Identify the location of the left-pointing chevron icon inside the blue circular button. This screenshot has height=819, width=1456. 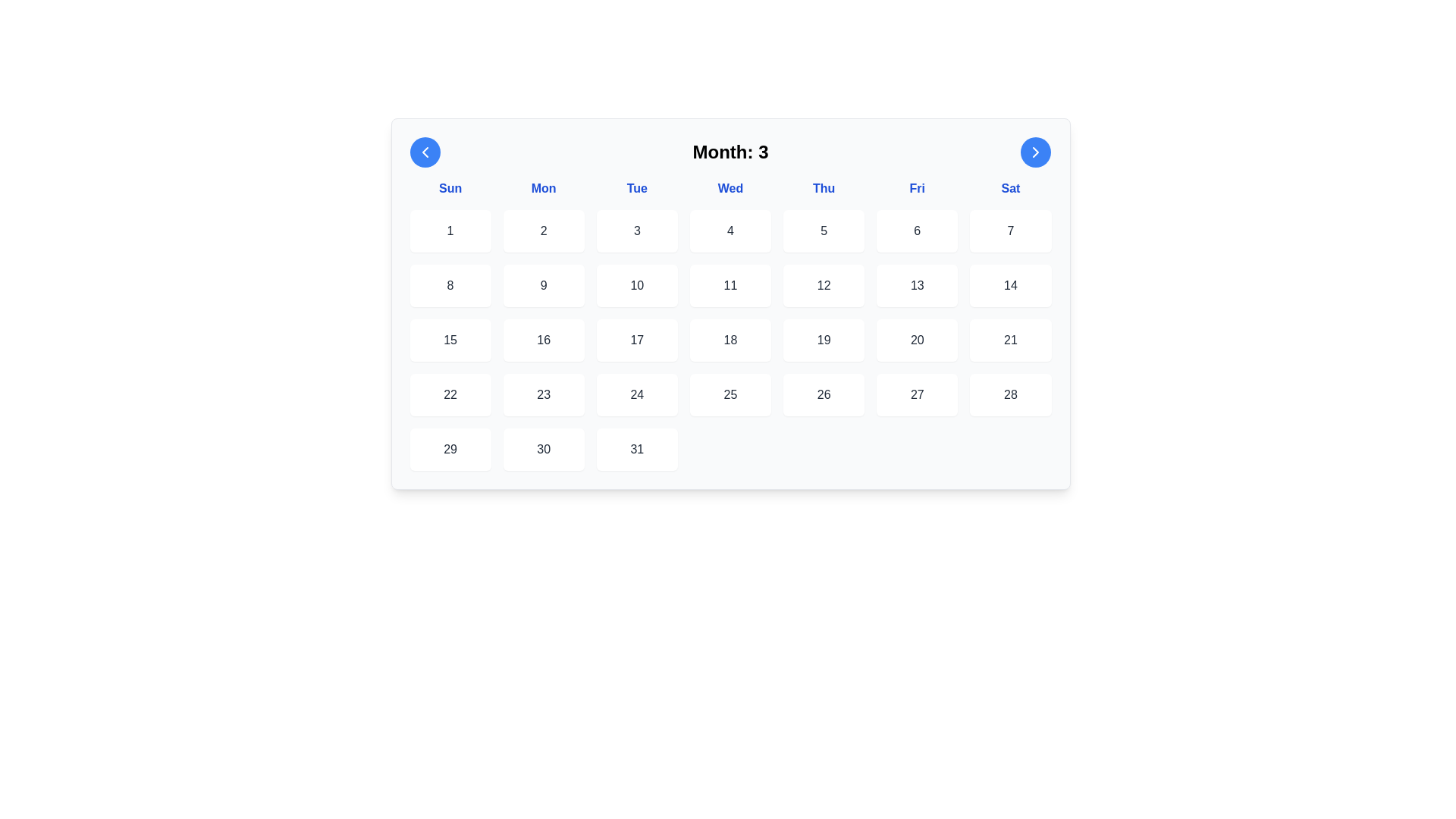
(425, 152).